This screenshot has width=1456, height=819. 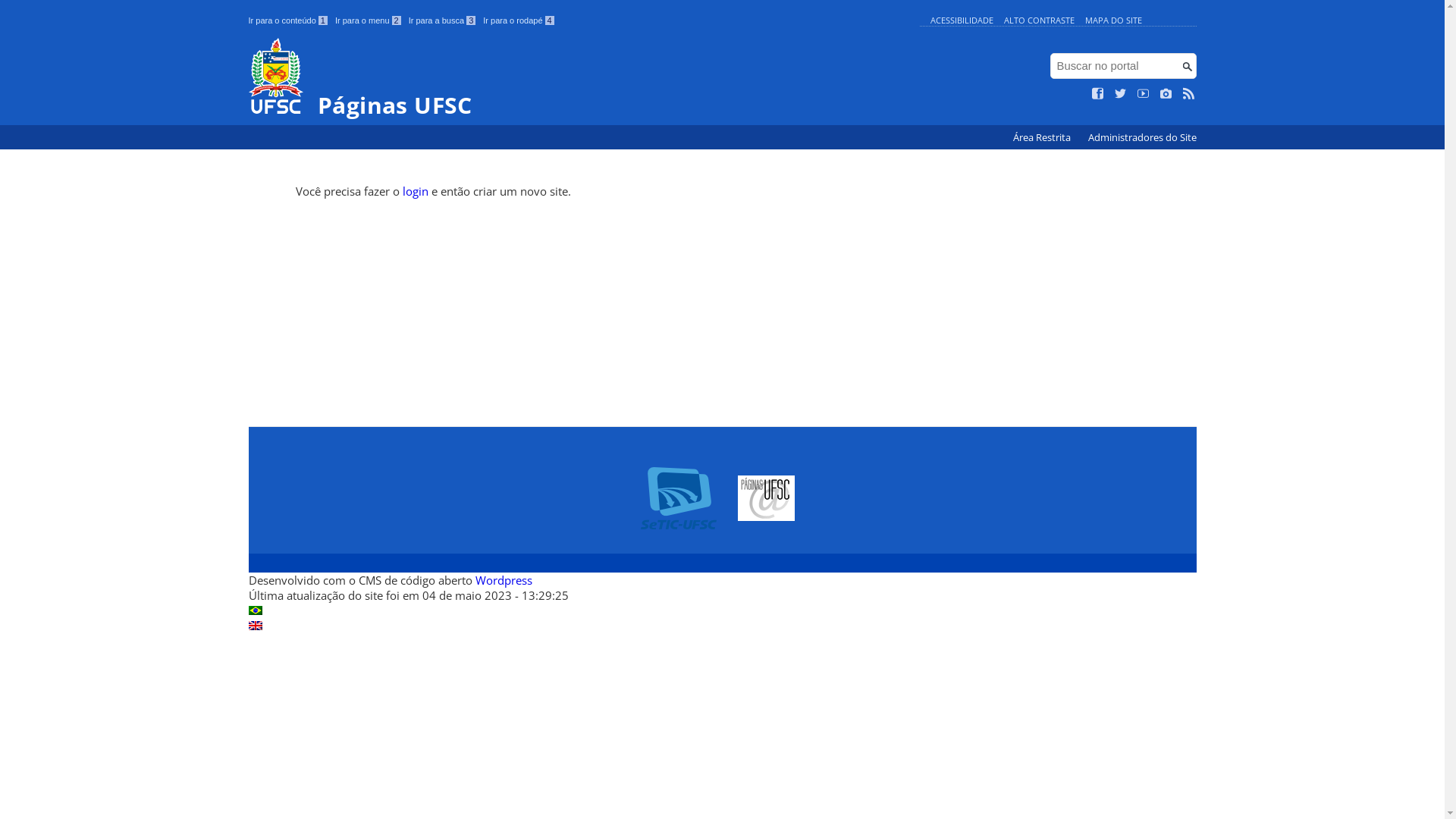 What do you see at coordinates (960, 20) in the screenshot?
I see `'ACESSIBILIDADE'` at bounding box center [960, 20].